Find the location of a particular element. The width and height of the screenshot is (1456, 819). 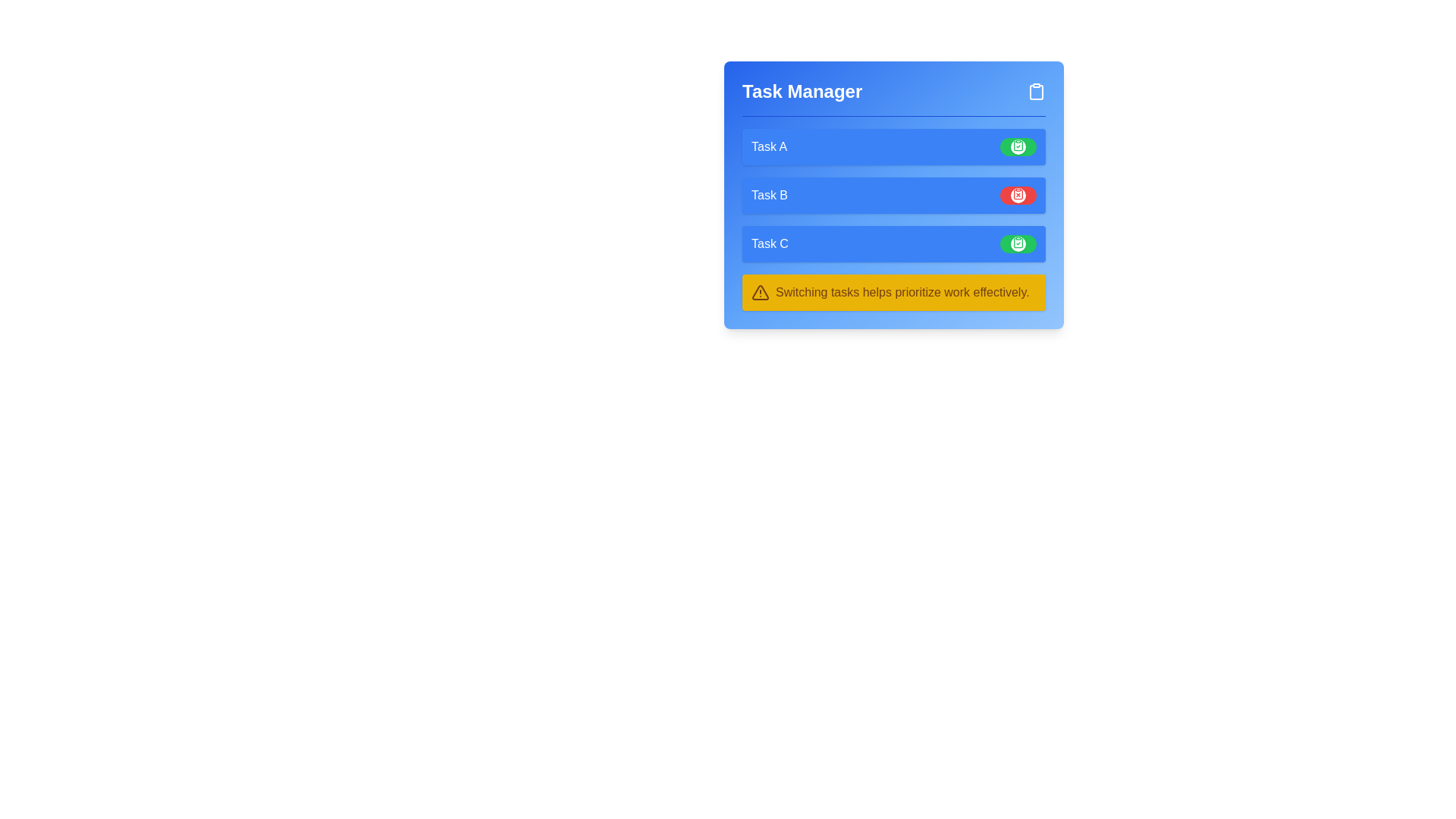

the toggle switch with a red background and white icon located to the right of the 'Task B' entry in the task manager to change the task state is located at coordinates (1018, 195).